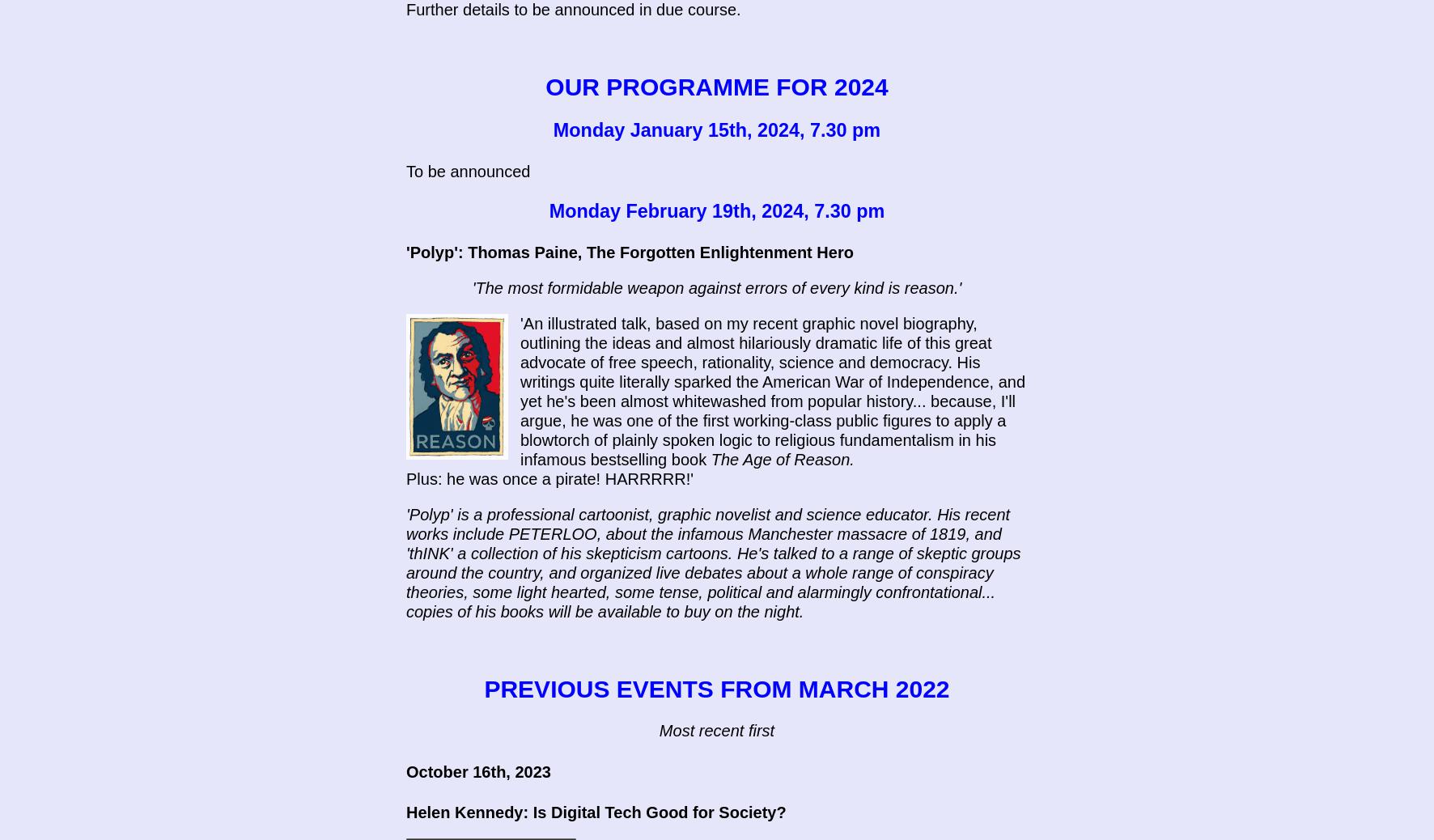 The height and width of the screenshot is (840, 1434). What do you see at coordinates (716, 210) in the screenshot?
I see `'Monday February 19th, 2024, 7.30 pm'` at bounding box center [716, 210].